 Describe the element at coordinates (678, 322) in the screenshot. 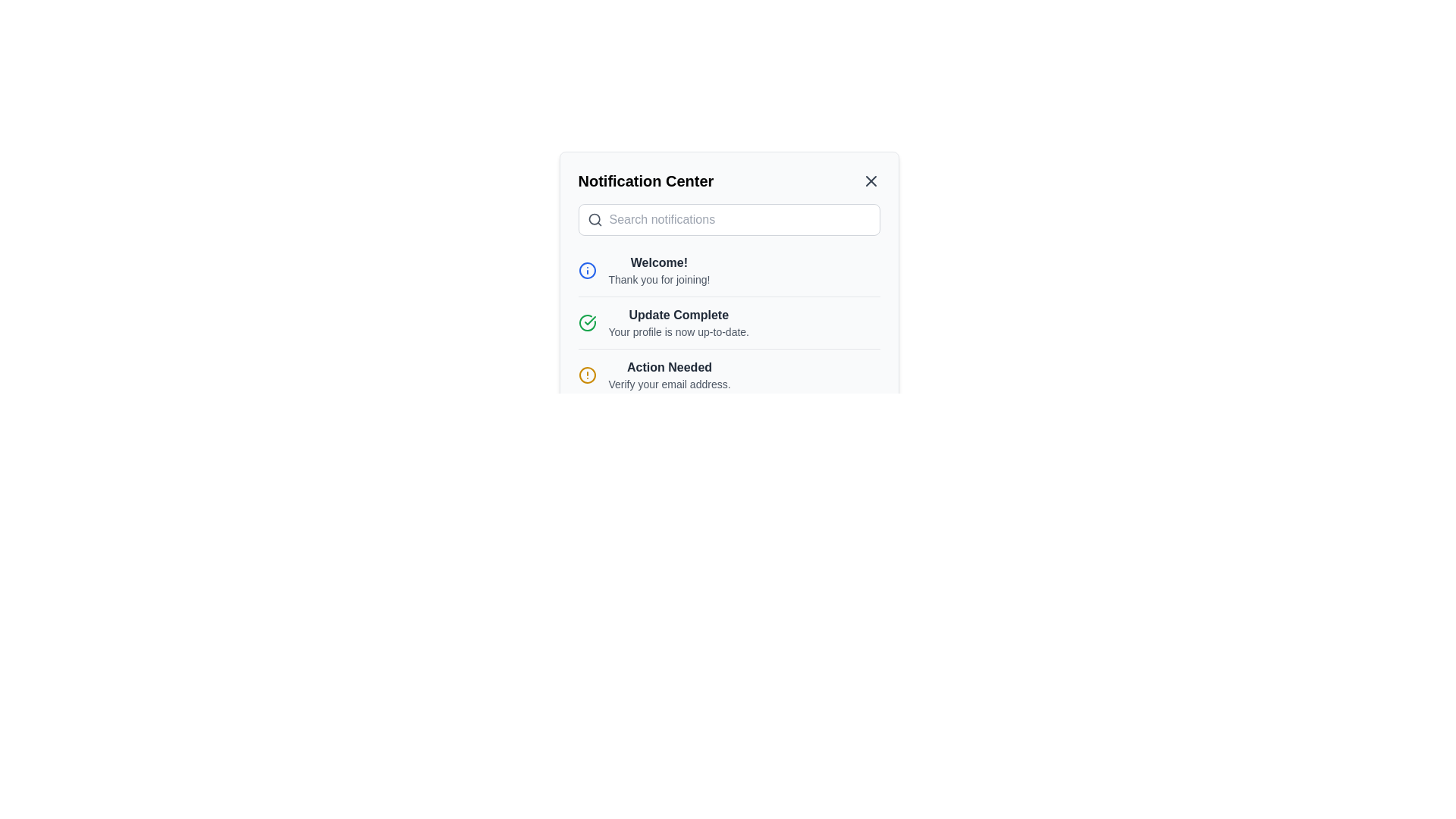

I see `the textual notification indicating that the user's profile has been successfully updated, located in the notification list under 'Notification Center.'` at that location.